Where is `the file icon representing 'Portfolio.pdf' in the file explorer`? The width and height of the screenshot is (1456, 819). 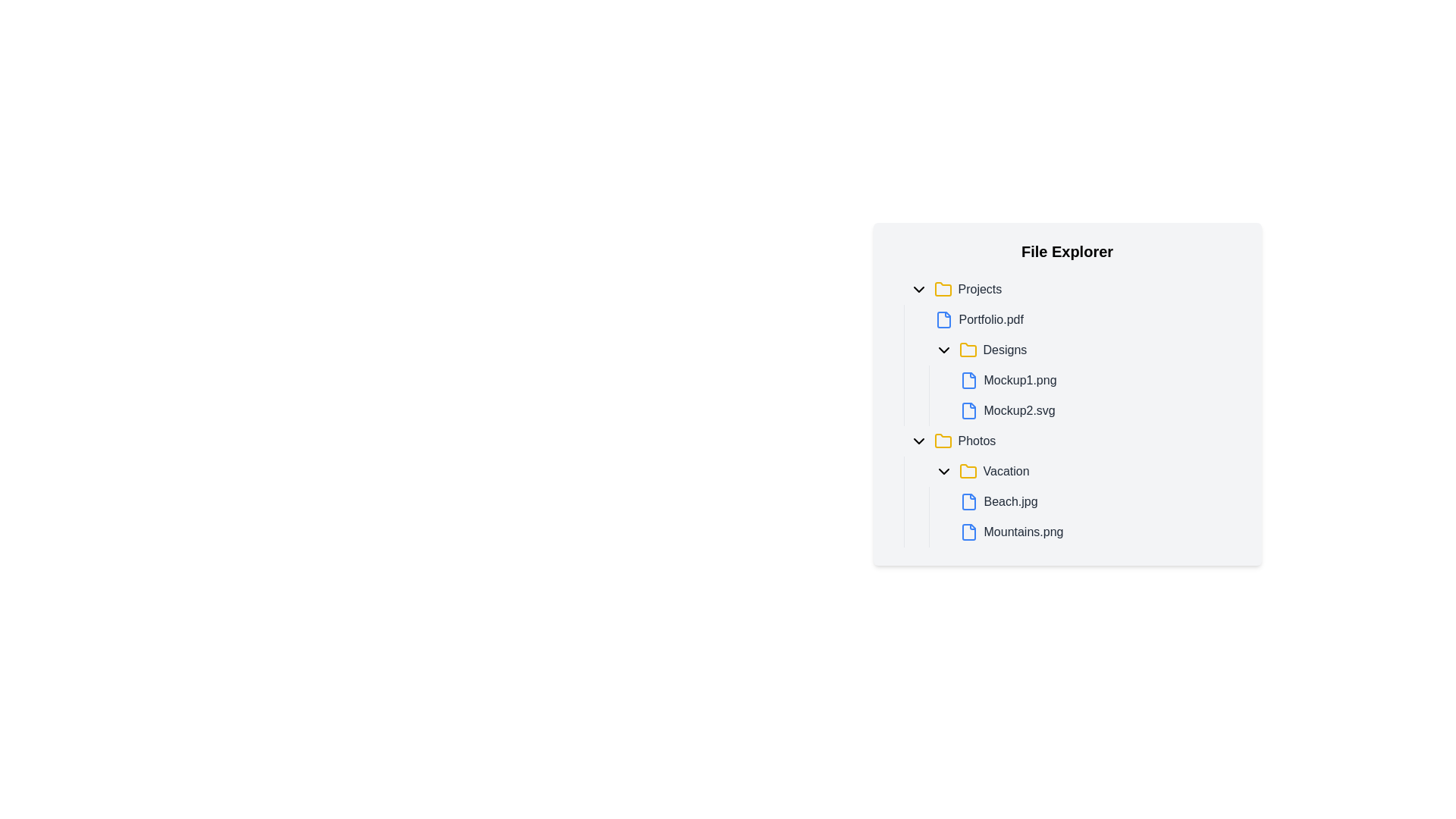 the file icon representing 'Portfolio.pdf' in the file explorer is located at coordinates (943, 318).